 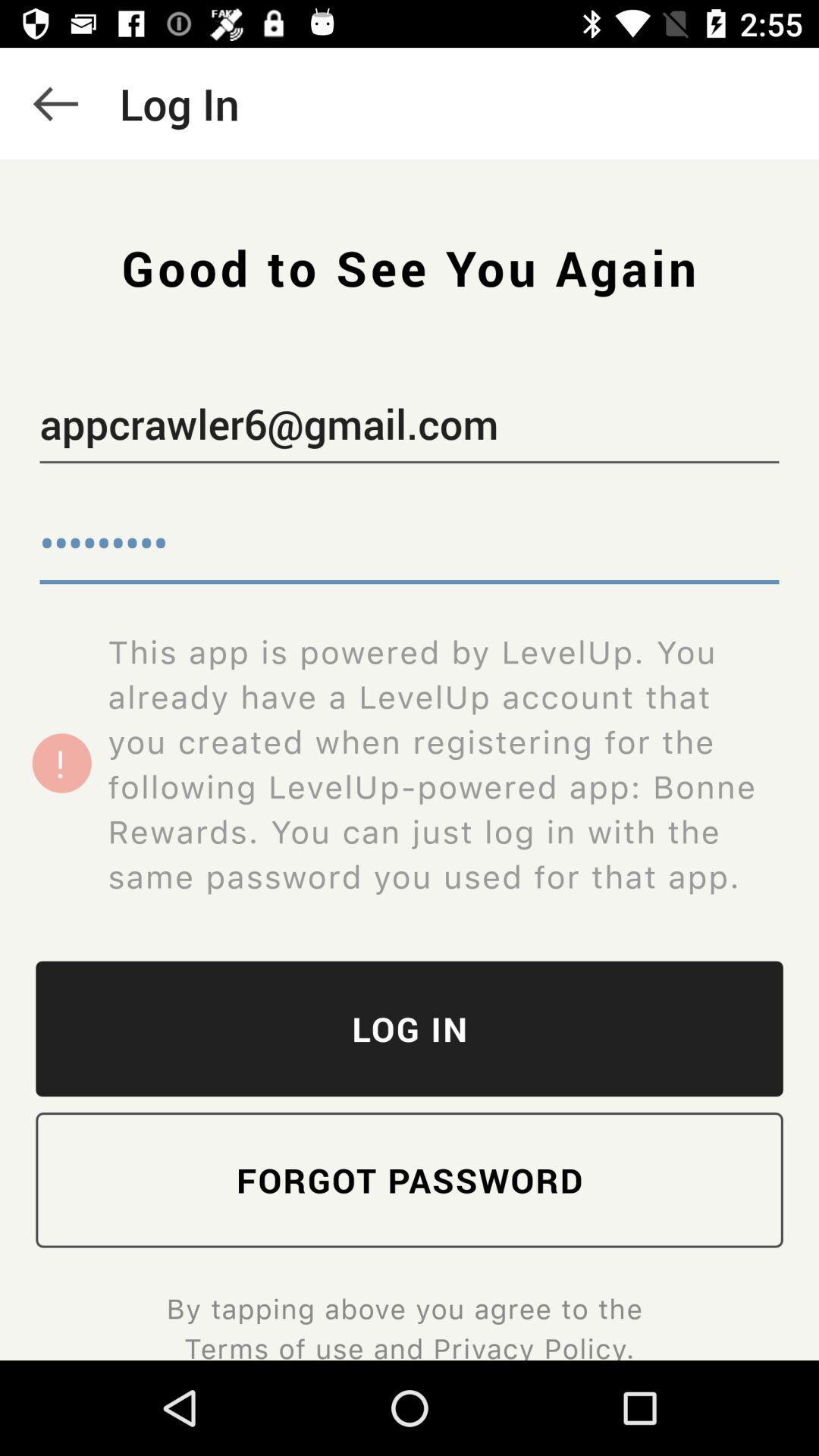 I want to click on item below appcrawler6@gmail.com item, so click(x=409, y=546).